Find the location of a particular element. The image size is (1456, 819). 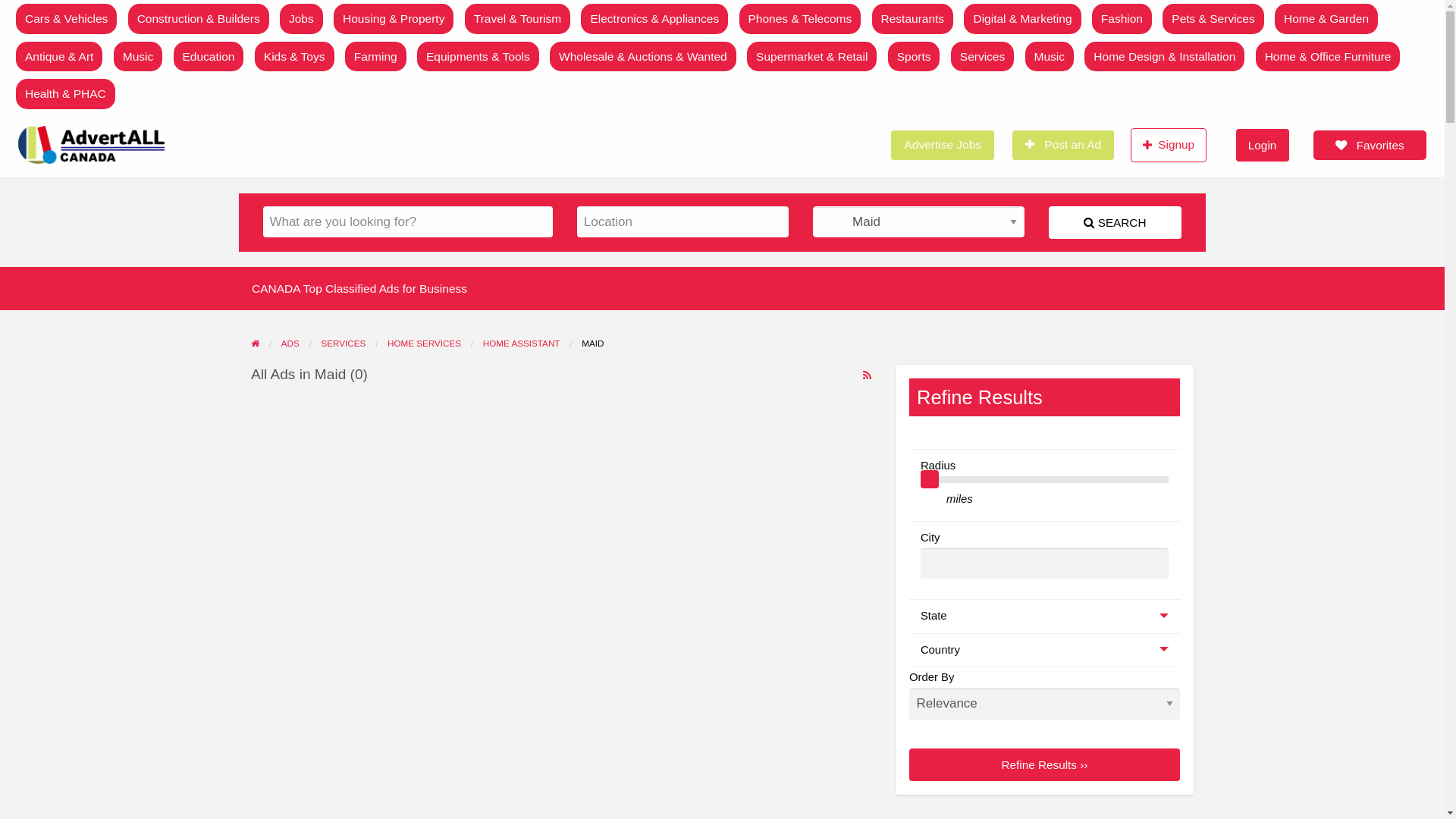

'Cars & Vehicles' is located at coordinates (15, 18).